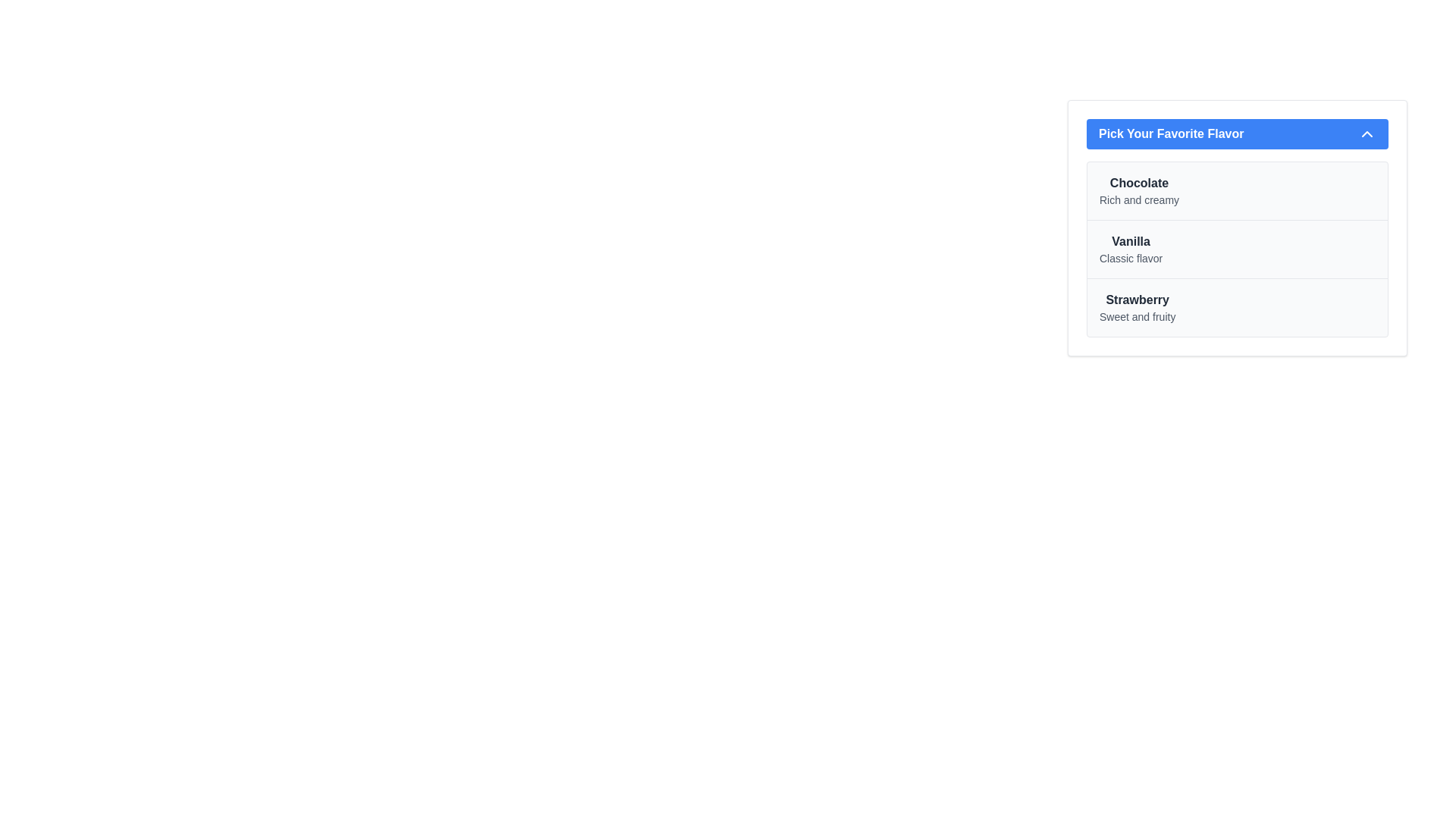  Describe the element at coordinates (1139, 199) in the screenshot. I see `the static text element that provides additional descriptive information about the flavor 'Chocolate', which is located near the top right corner of the interface, underneath the bold text 'Chocolate'` at that location.